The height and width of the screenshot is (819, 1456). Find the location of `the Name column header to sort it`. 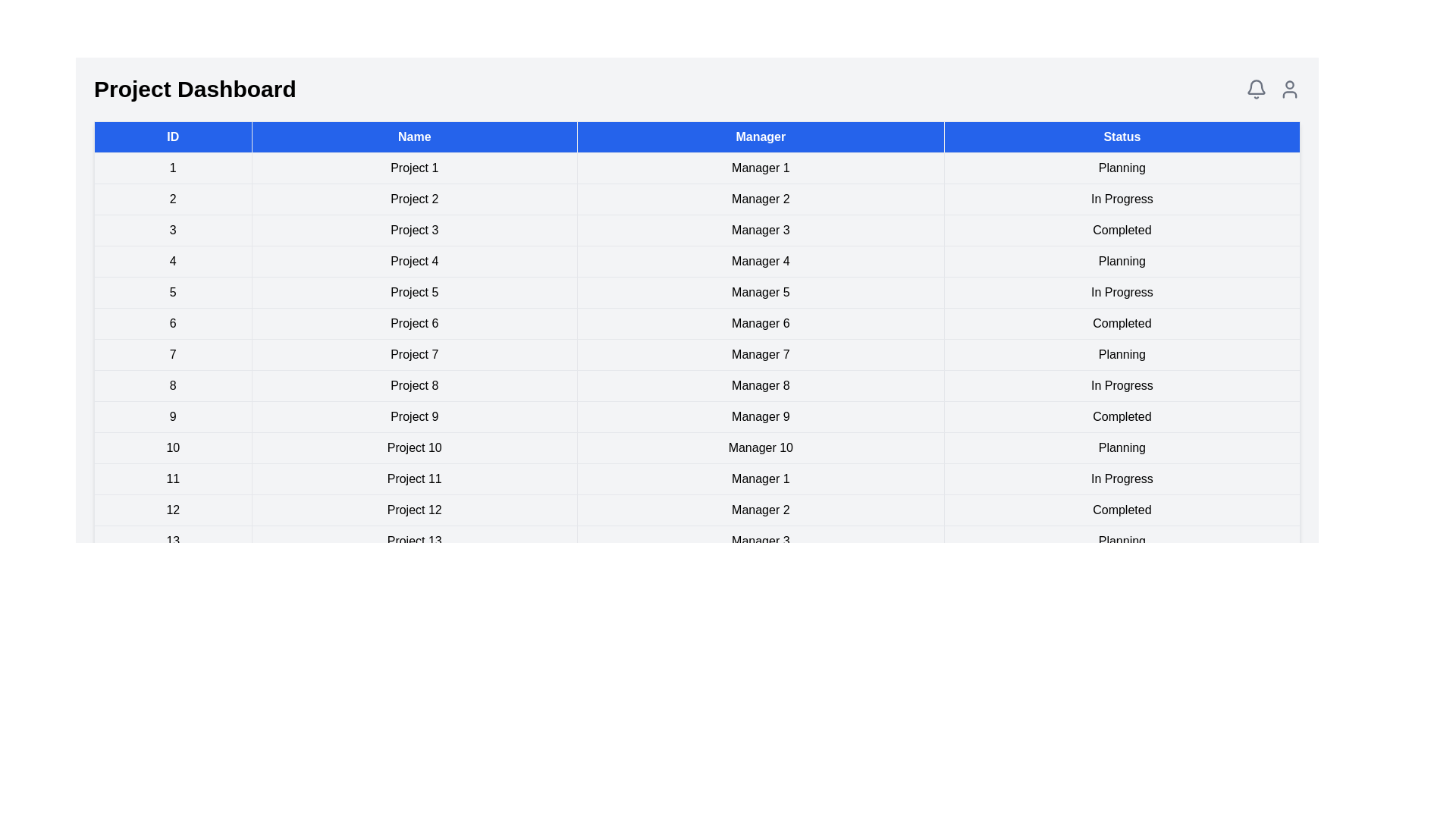

the Name column header to sort it is located at coordinates (414, 137).